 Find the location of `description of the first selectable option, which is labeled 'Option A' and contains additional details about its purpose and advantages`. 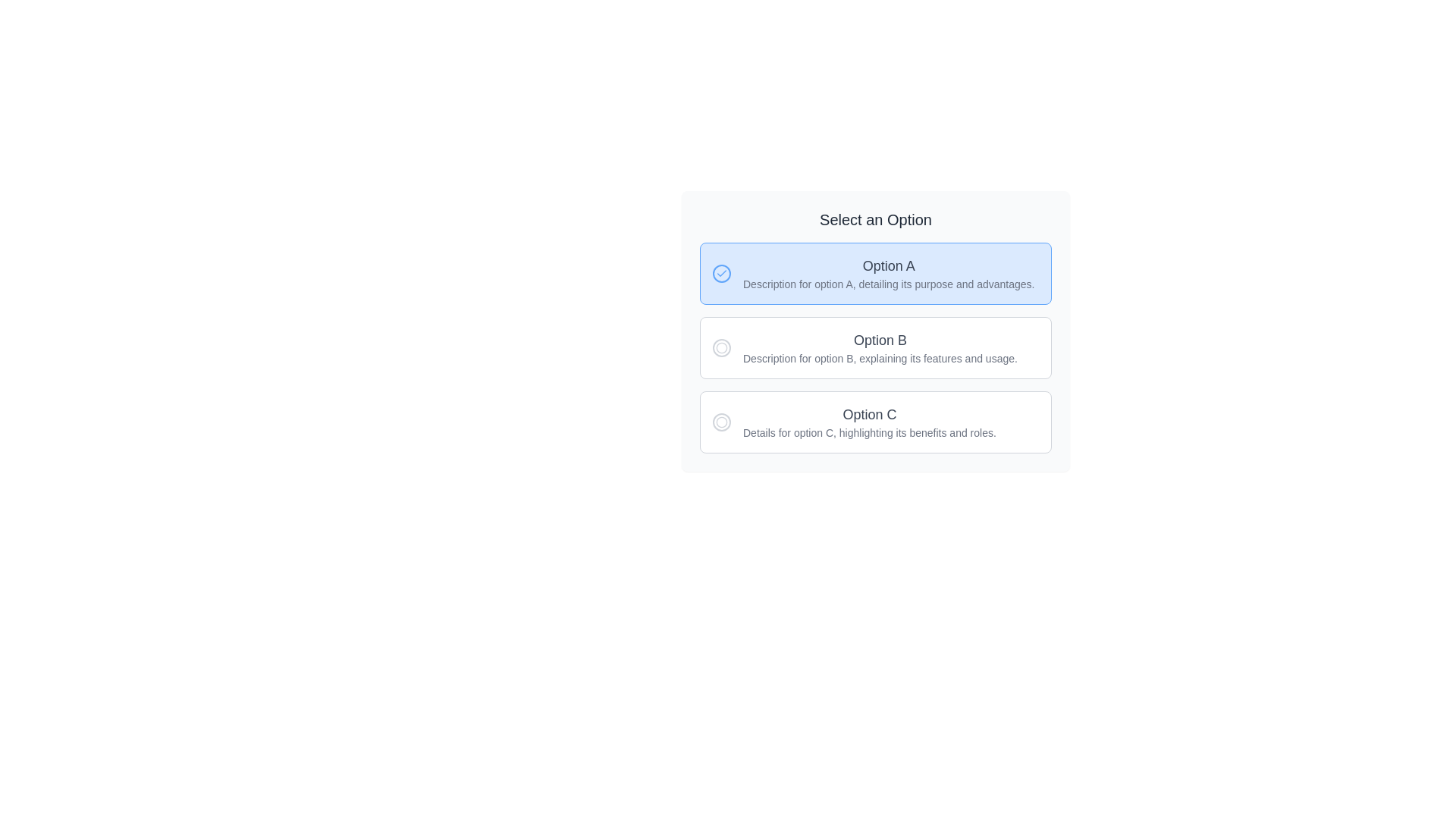

description of the first selectable option, which is labeled 'Option A' and contains additional details about its purpose and advantages is located at coordinates (889, 274).